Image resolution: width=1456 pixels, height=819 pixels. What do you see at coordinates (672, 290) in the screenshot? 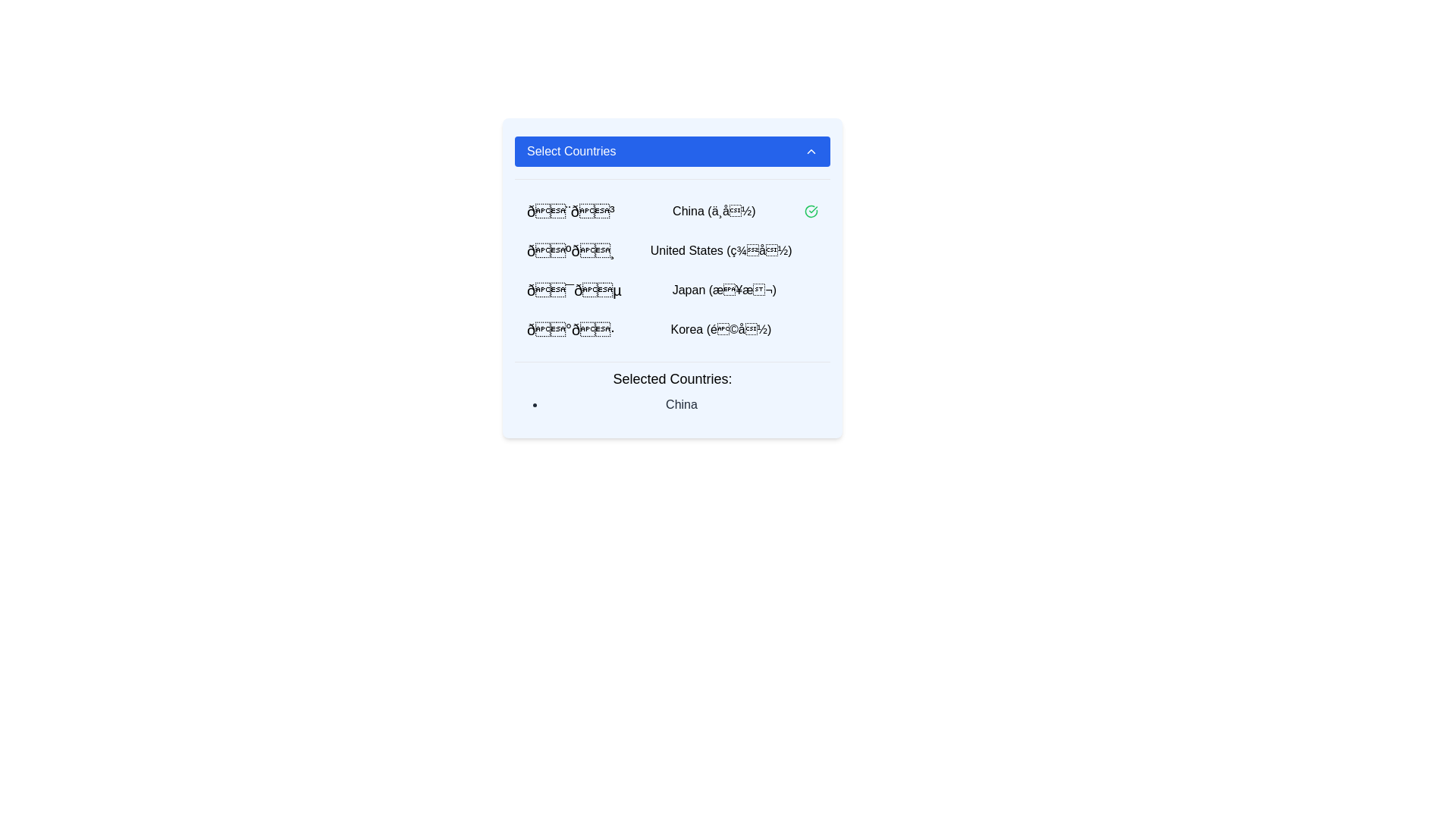
I see `the third row in the dropdown menu that contains the flag emoji for Japan (🇯🇵) followed by the text 'Japan (日本)', located between 'United States (美国)' and 'Korea (韩国)'` at bounding box center [672, 290].